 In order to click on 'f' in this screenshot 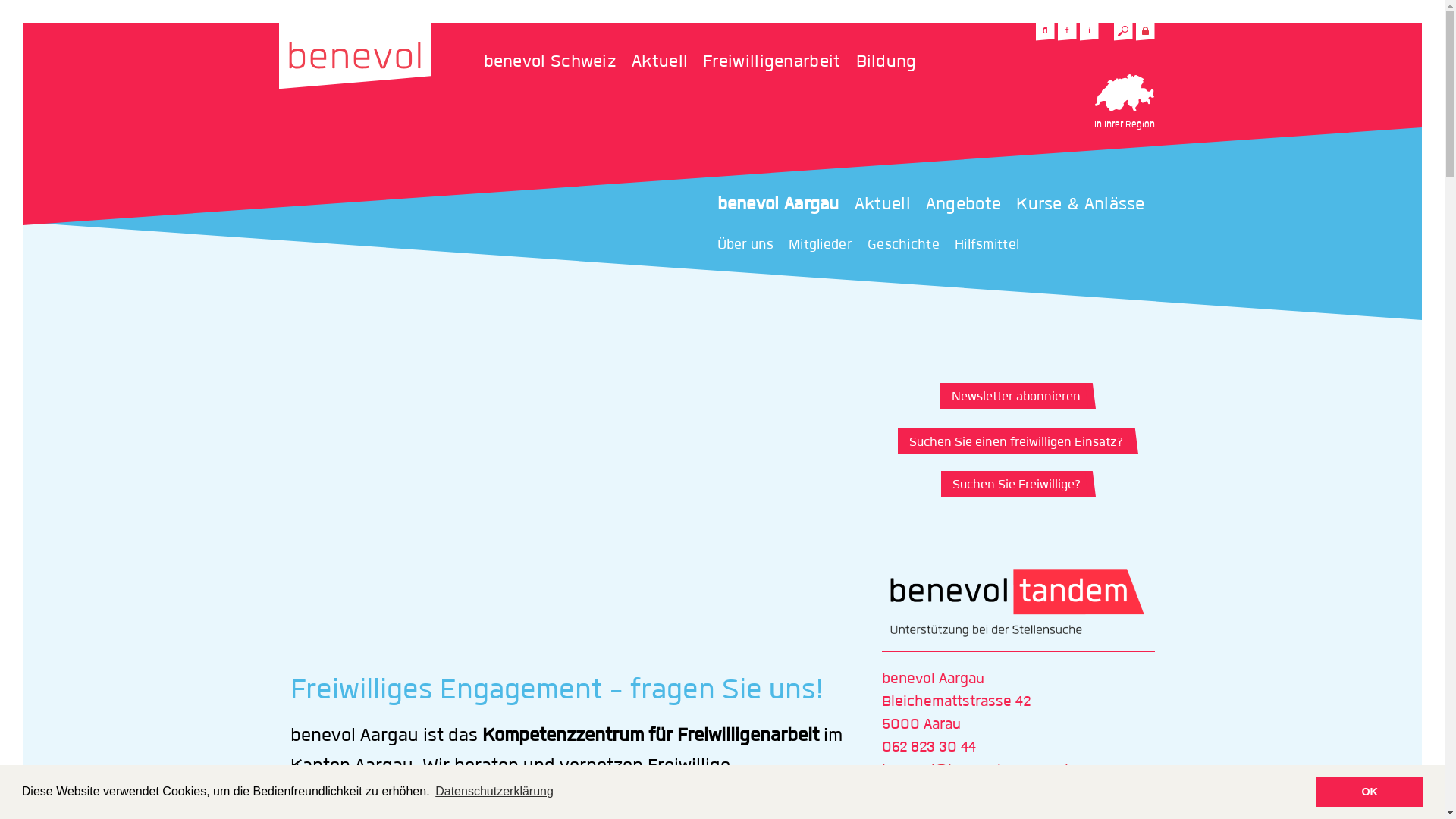, I will do `click(1065, 31)`.